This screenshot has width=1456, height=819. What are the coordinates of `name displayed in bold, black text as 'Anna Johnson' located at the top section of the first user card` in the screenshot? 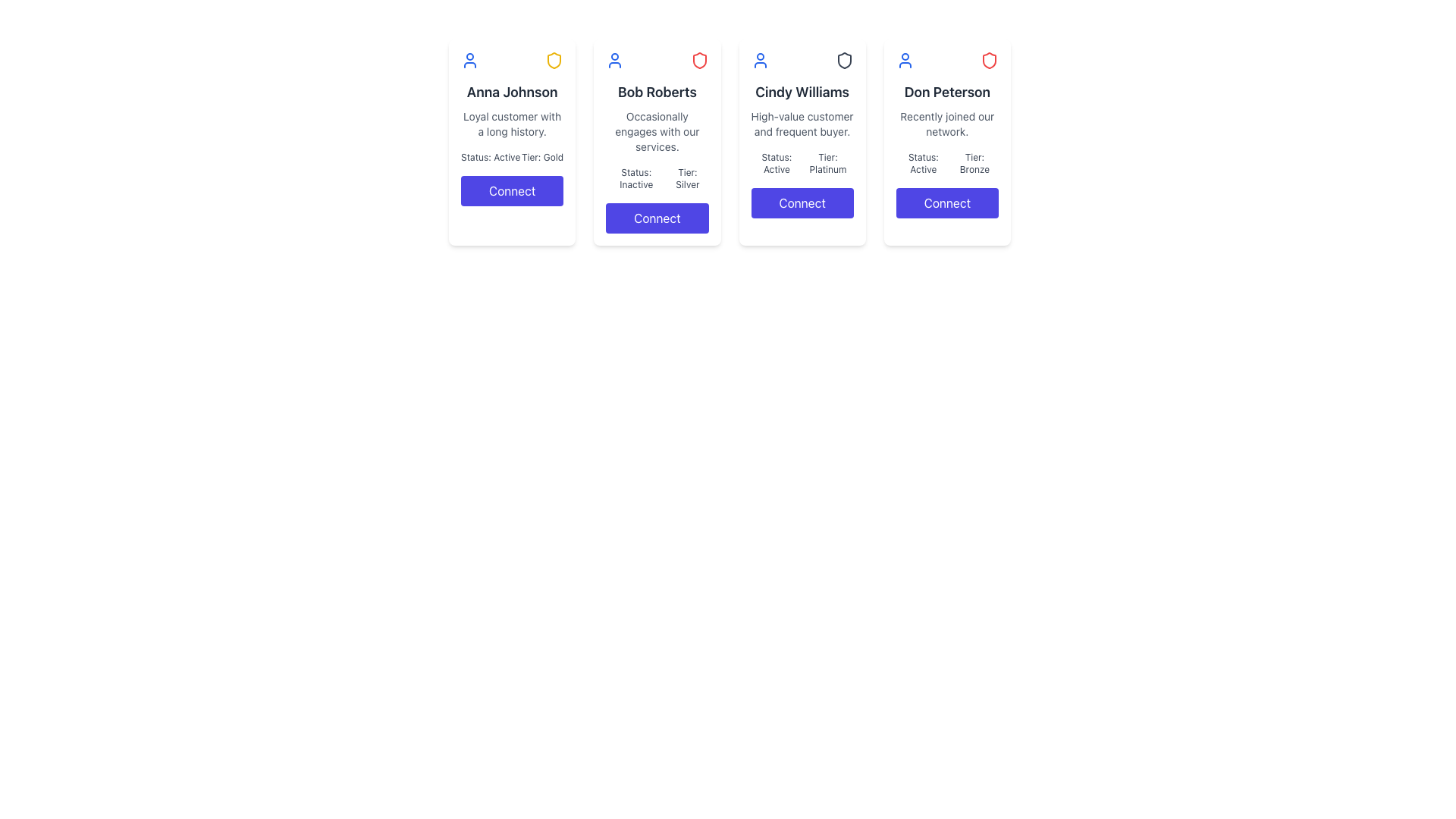 It's located at (512, 93).